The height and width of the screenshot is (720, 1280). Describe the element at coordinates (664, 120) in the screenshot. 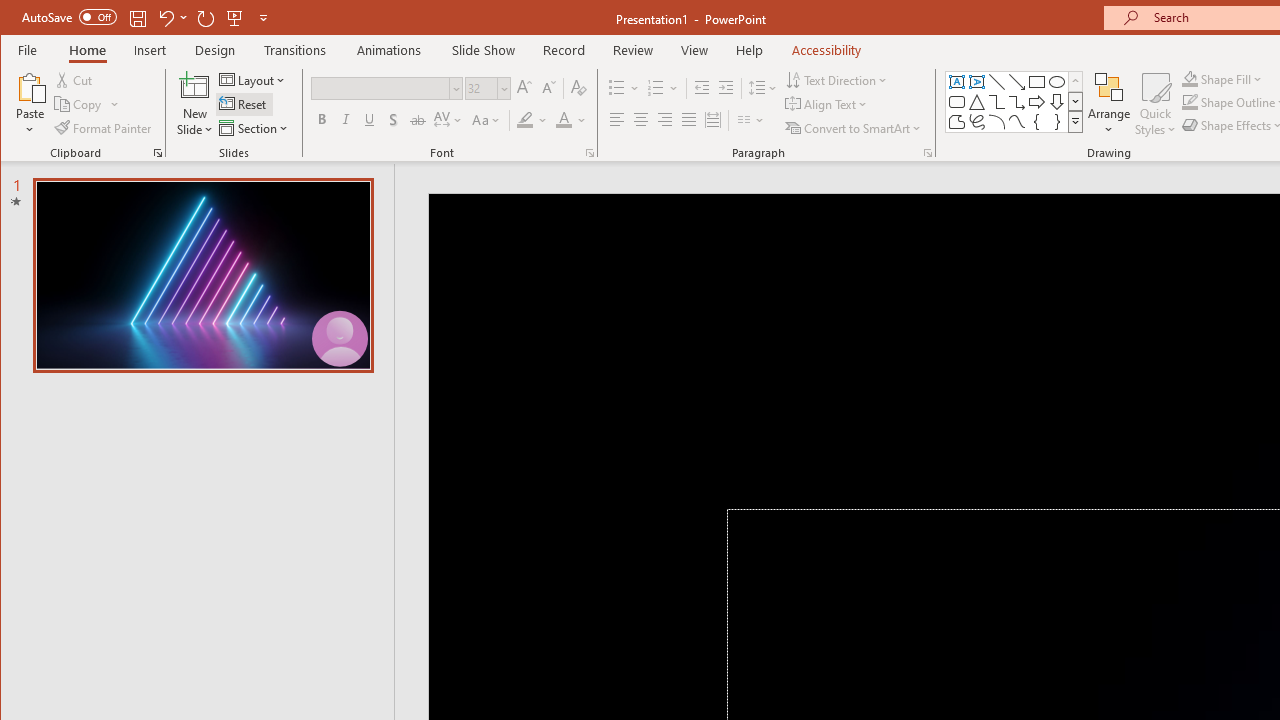

I see `'Align Right'` at that location.